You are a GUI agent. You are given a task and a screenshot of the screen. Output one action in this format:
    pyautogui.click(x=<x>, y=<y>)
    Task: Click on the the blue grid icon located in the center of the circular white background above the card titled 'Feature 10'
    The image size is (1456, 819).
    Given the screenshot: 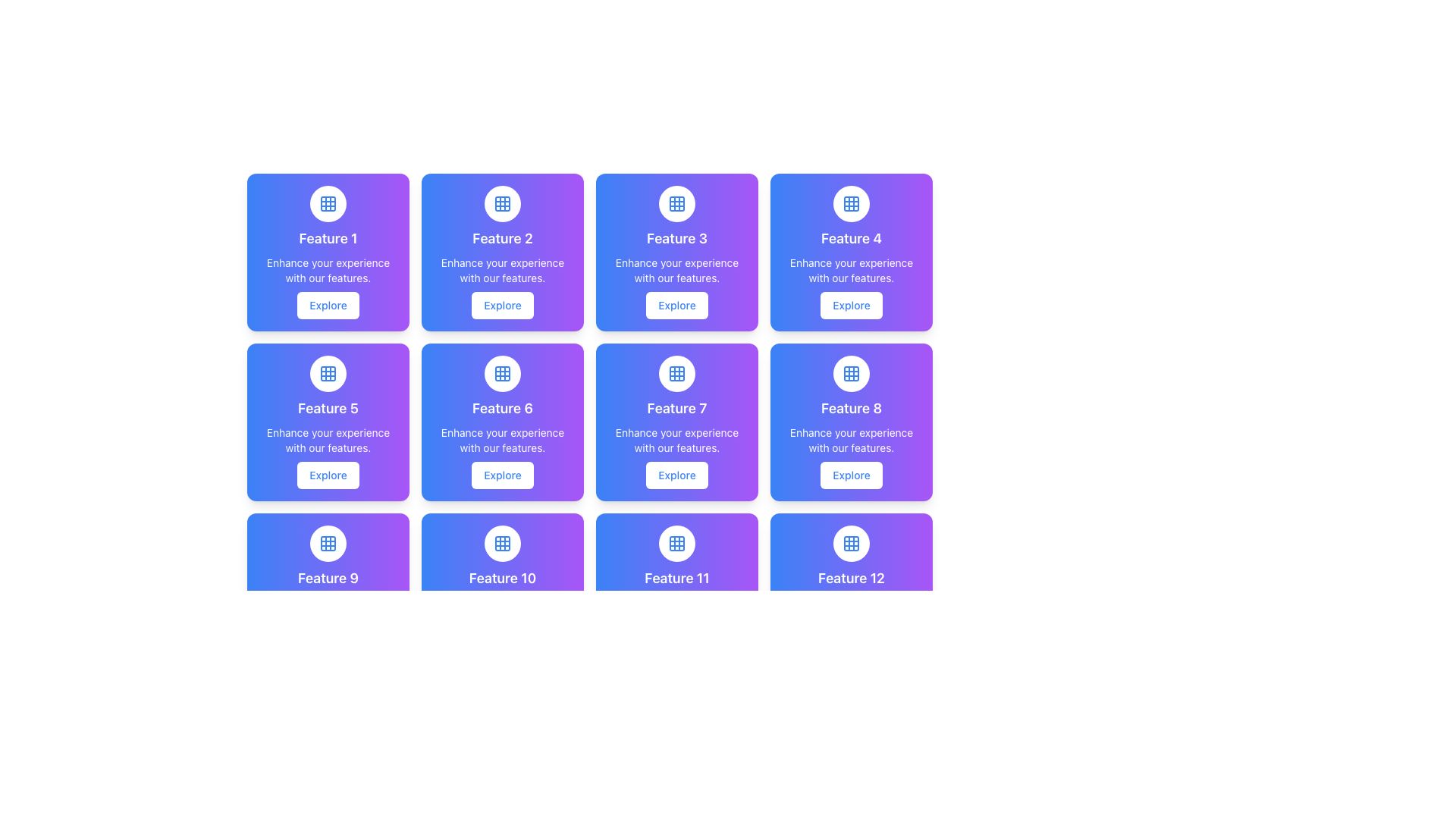 What is the action you would take?
    pyautogui.click(x=502, y=543)
    